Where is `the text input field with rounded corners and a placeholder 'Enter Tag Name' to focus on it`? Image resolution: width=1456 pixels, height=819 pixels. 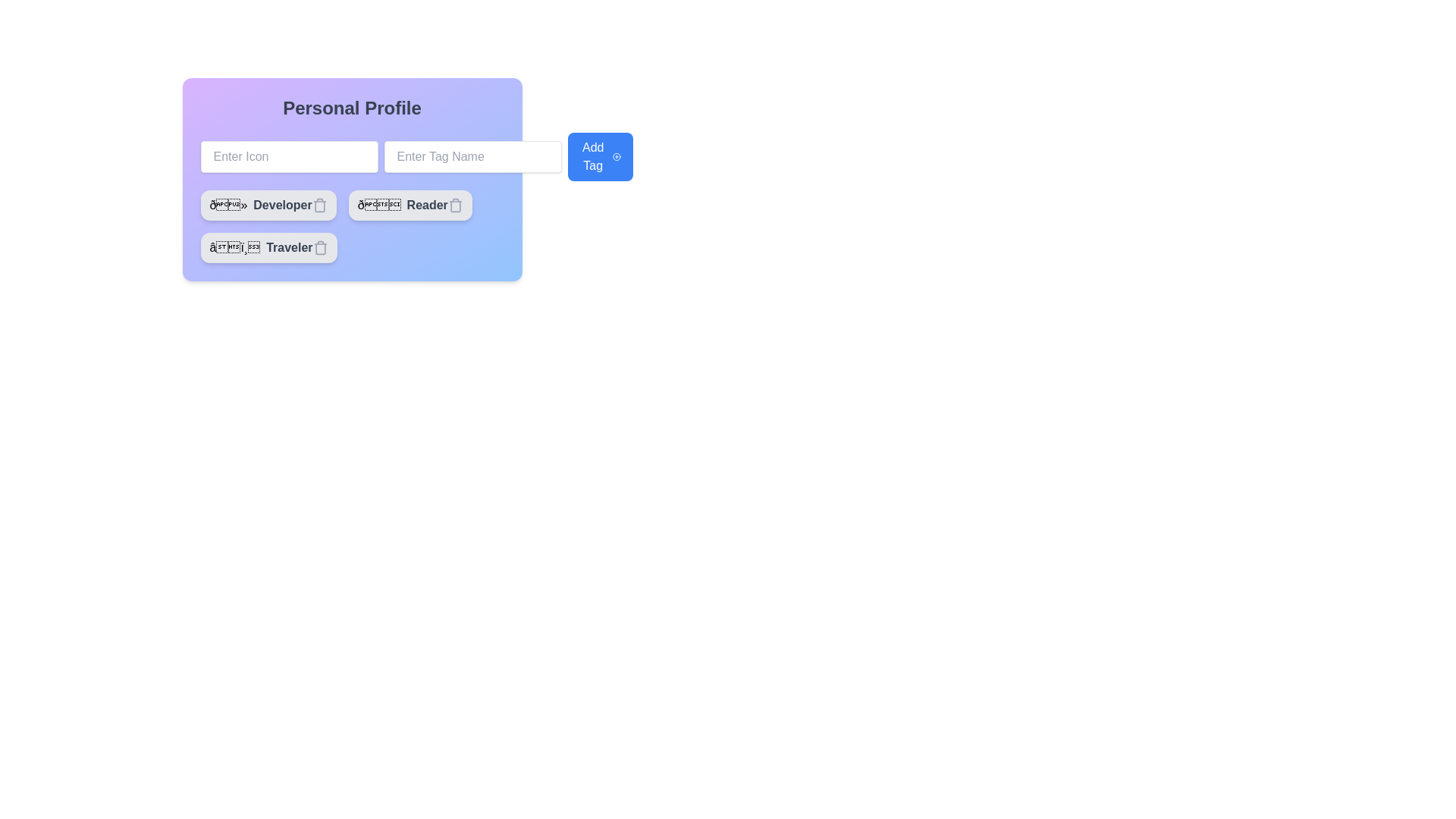 the text input field with rounded corners and a placeholder 'Enter Tag Name' to focus on it is located at coordinates (472, 157).